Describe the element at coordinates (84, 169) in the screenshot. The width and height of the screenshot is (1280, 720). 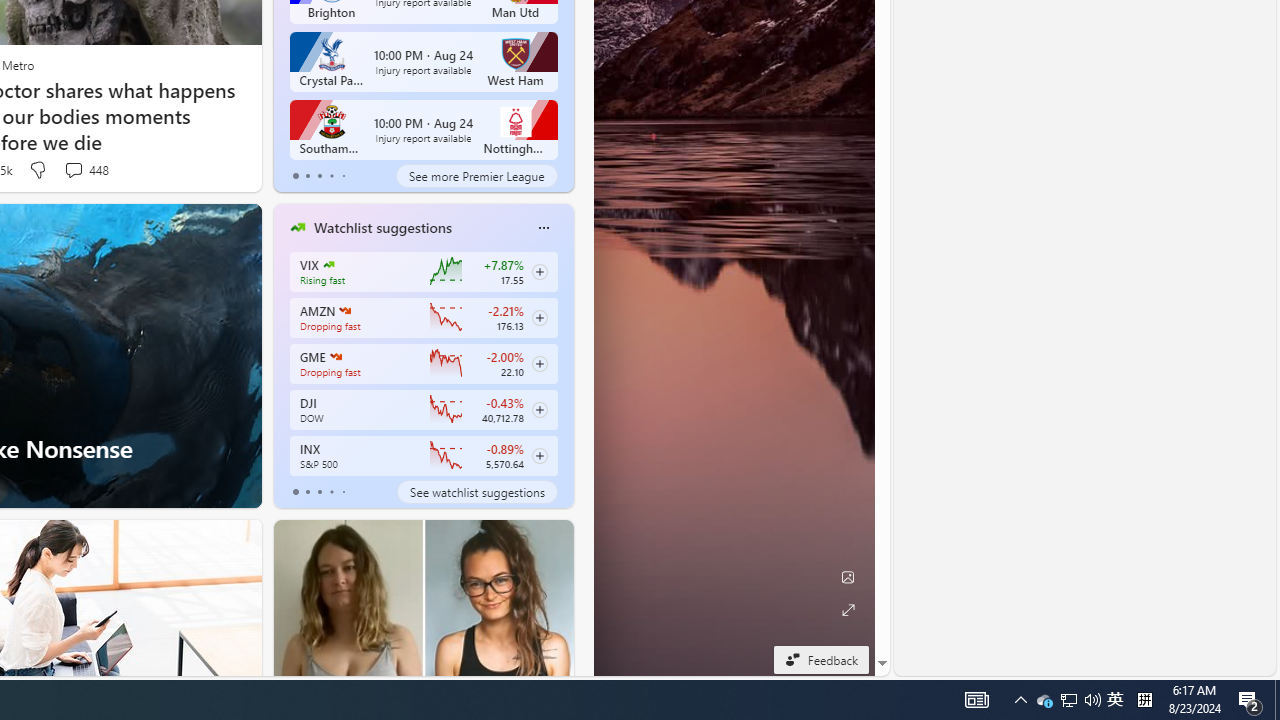
I see `'View comments 448 Comment'` at that location.